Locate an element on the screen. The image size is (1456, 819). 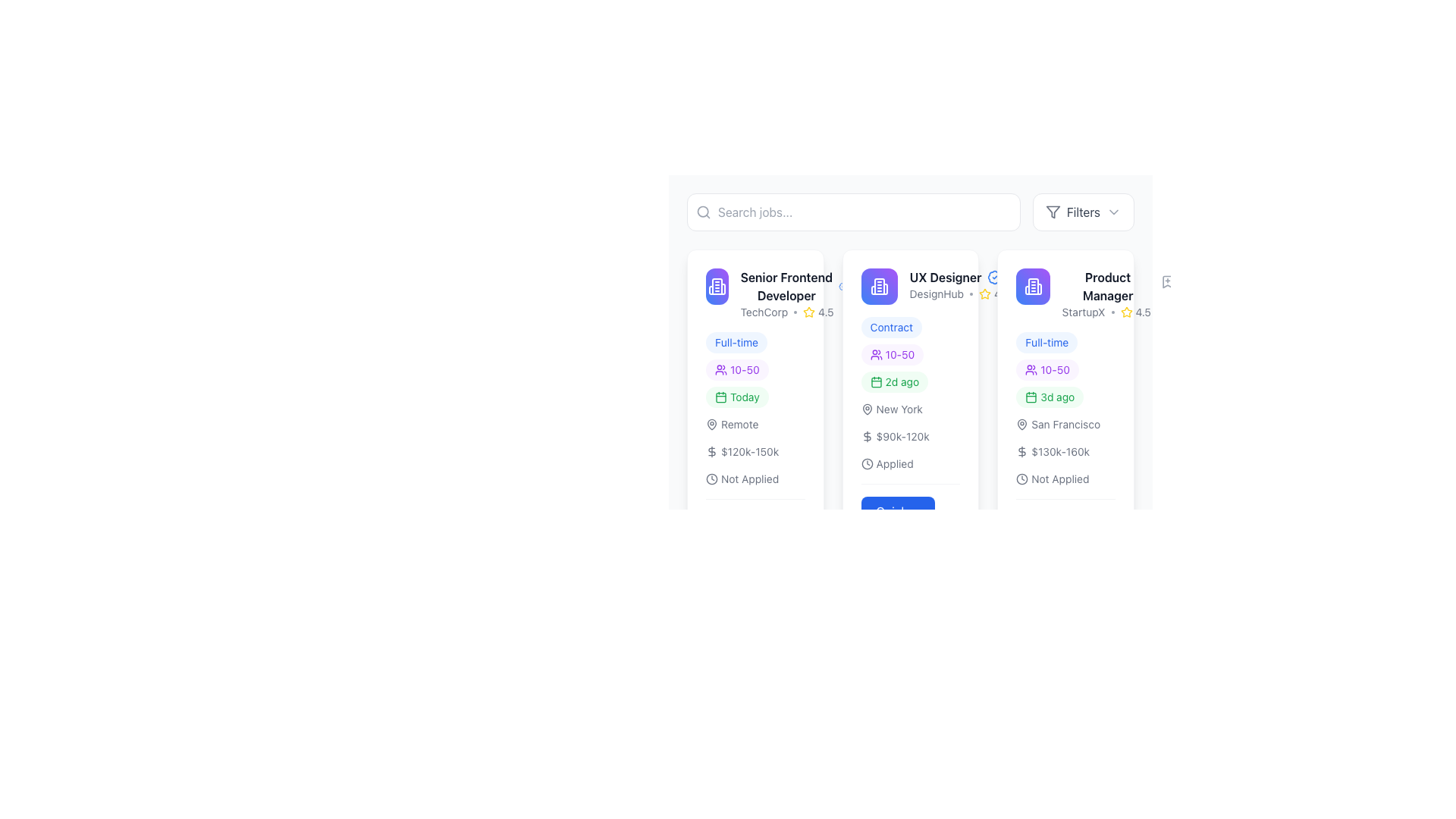
the Job Posting Summary element displaying 'Senior Frontend Developer' at TechCorp with a rating of '4.5' is located at coordinates (777, 294).